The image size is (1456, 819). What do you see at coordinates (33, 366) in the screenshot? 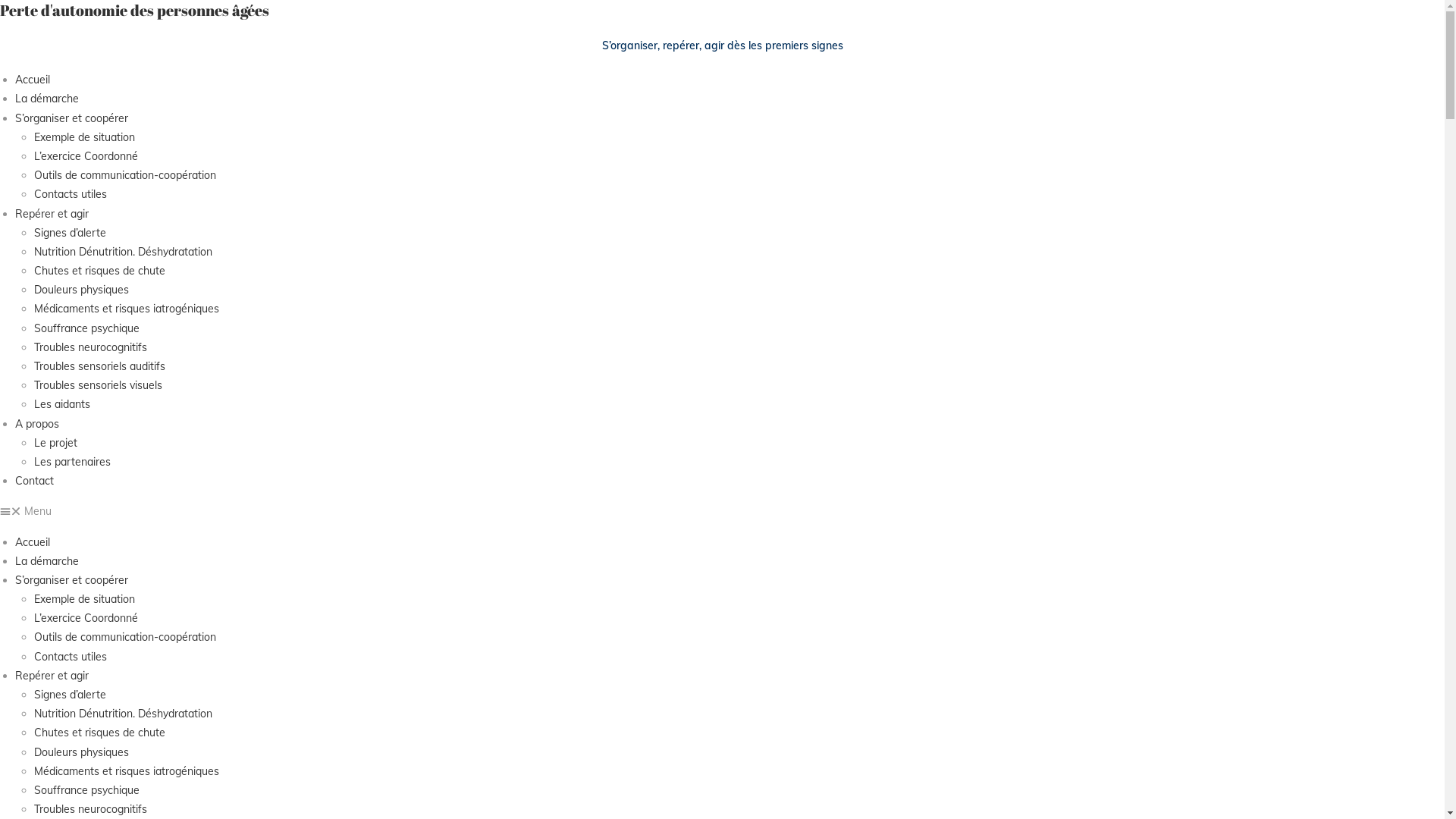
I see `'Troubles sensoriels auditifs'` at bounding box center [33, 366].